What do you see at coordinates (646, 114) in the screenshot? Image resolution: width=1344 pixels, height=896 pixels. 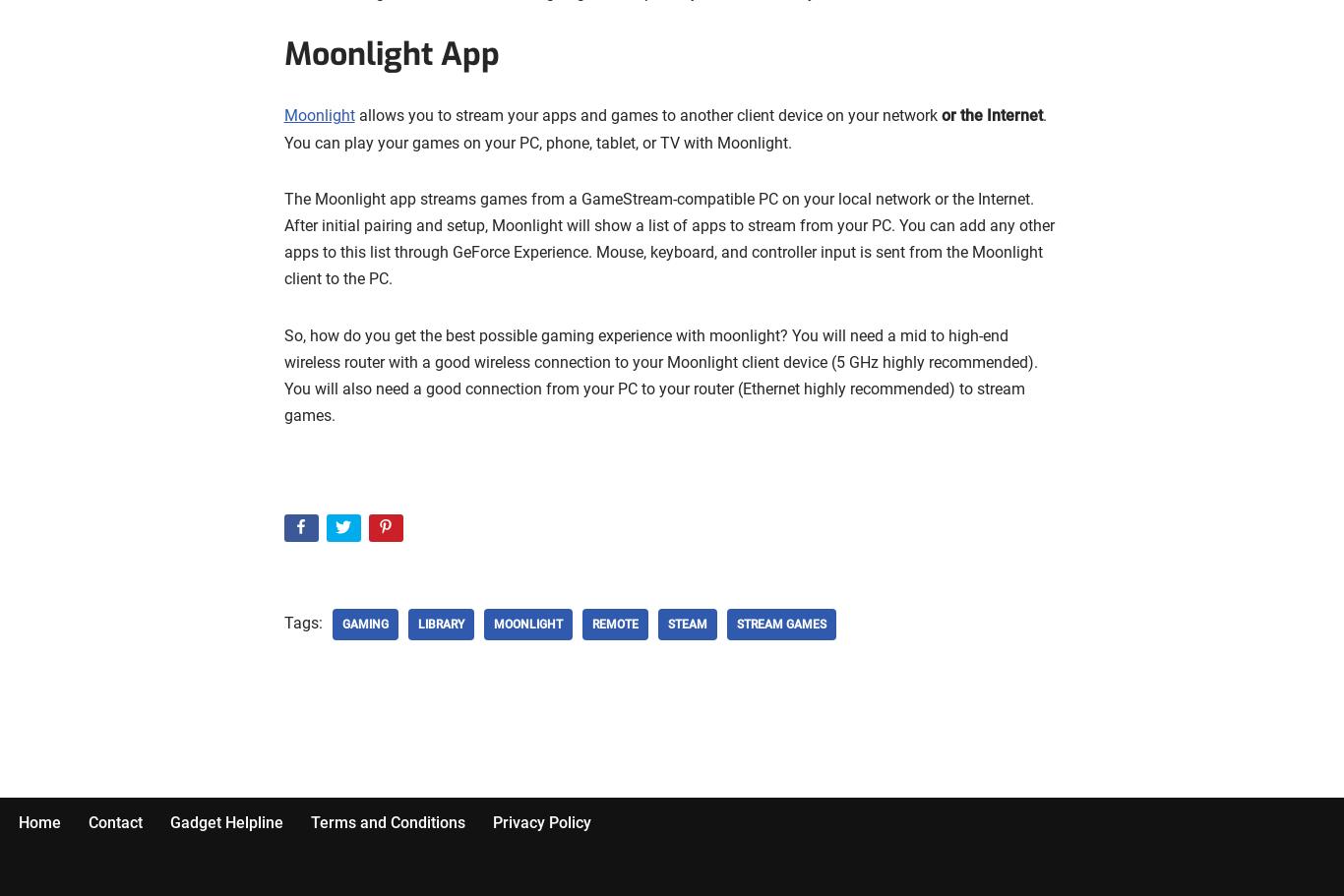 I see `'allows you to stream your apps and games to another client device on your network'` at bounding box center [646, 114].